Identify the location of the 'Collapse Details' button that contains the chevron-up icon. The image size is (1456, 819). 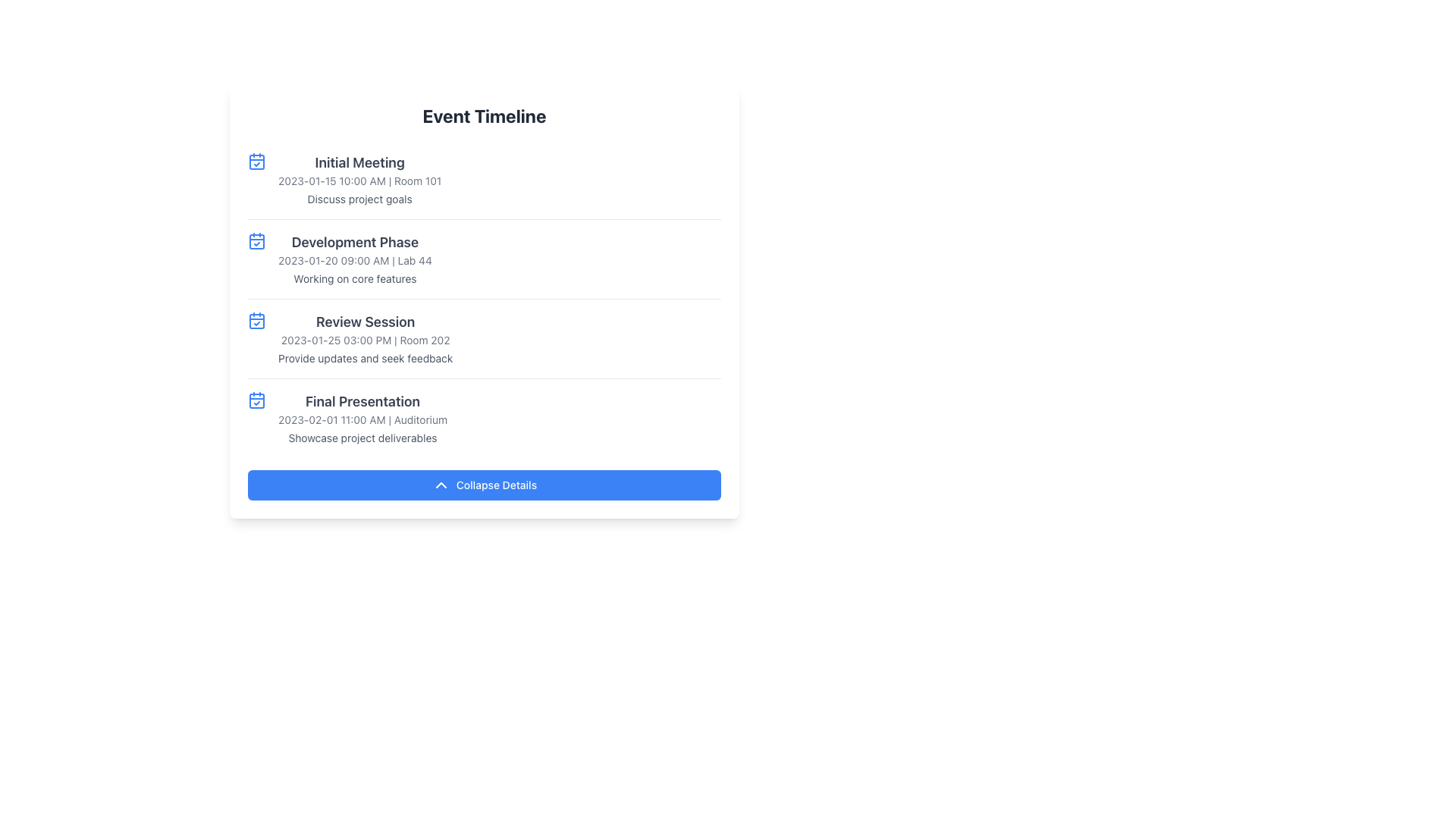
(440, 485).